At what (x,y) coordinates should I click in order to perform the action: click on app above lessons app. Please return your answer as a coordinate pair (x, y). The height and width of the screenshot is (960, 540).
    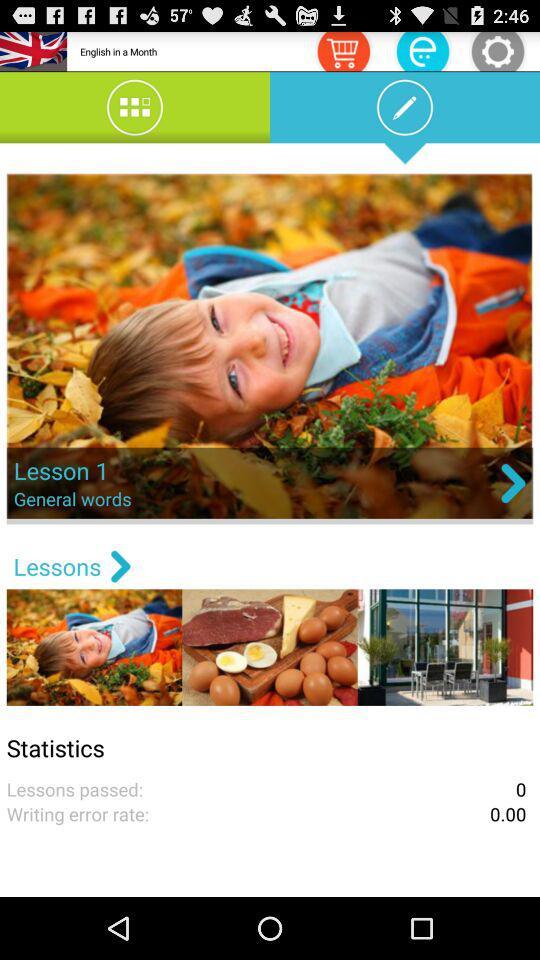
    Looking at the image, I should click on (270, 348).